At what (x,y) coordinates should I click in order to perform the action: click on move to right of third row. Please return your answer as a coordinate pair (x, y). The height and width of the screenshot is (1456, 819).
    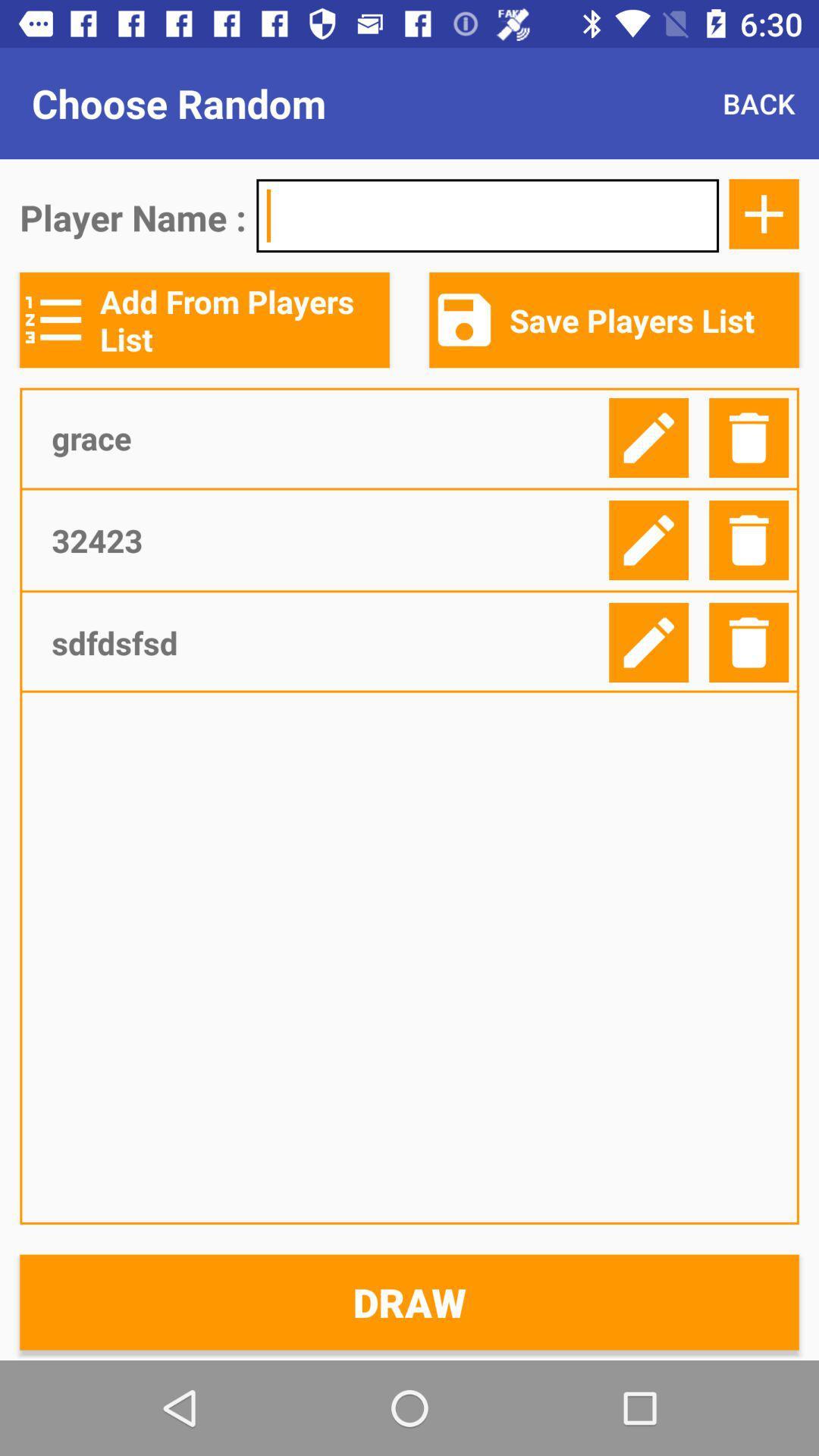
    Looking at the image, I should click on (648, 642).